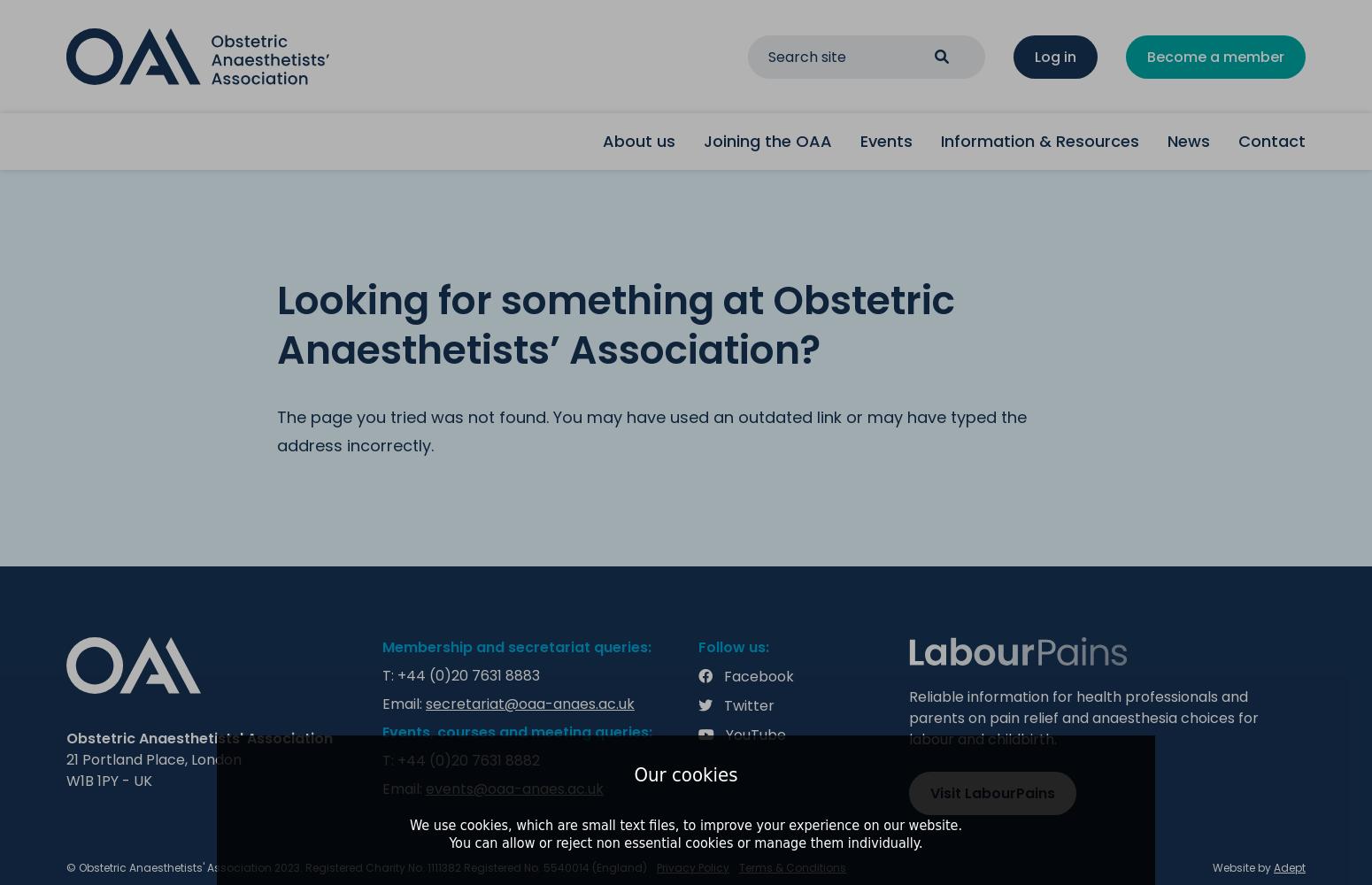  What do you see at coordinates (1040, 141) in the screenshot?
I see `'Information & Resources'` at bounding box center [1040, 141].